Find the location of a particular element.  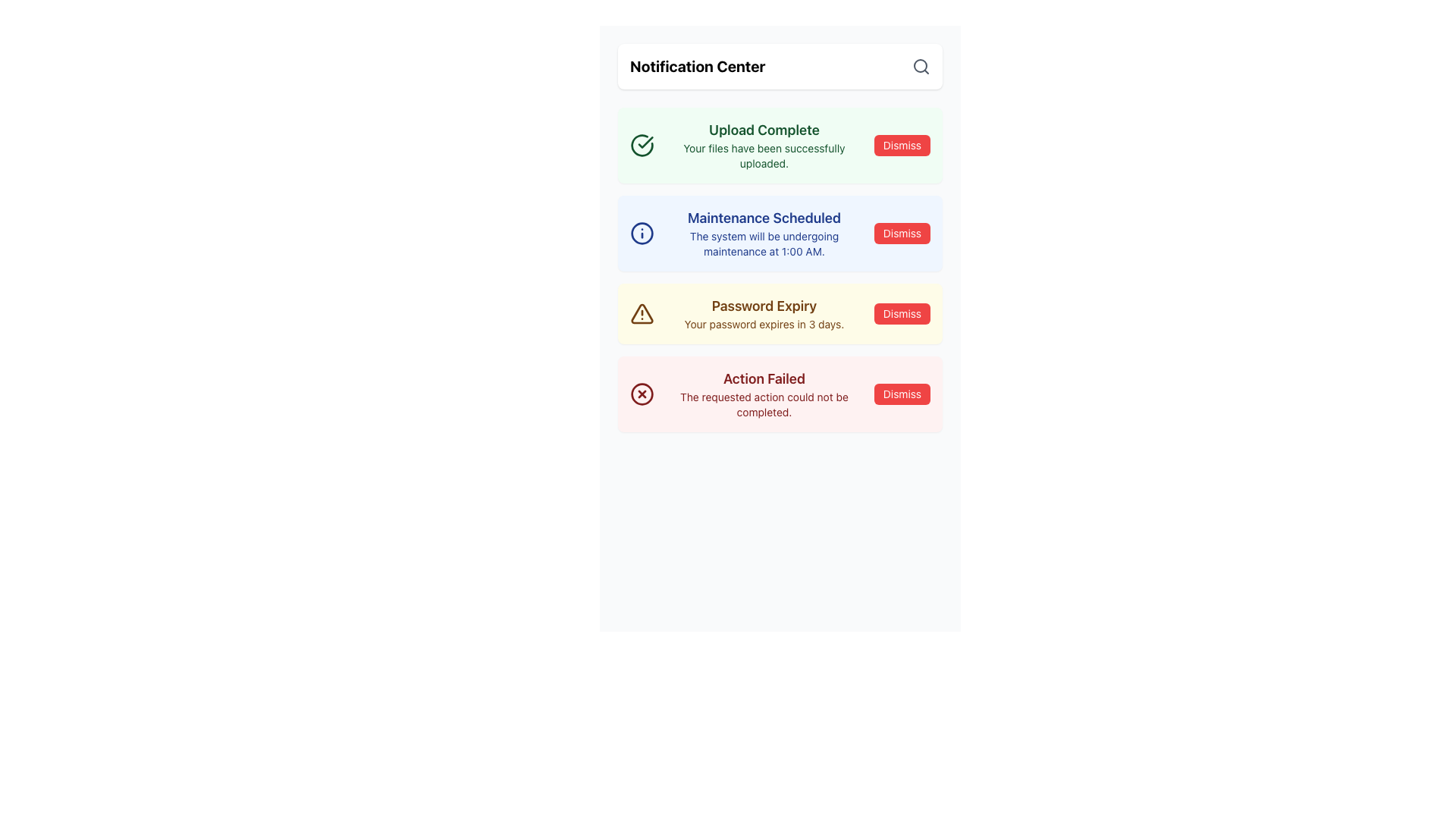

text displayed in the 'Password Expiry' header of the notification card located in the Notification Center is located at coordinates (764, 306).